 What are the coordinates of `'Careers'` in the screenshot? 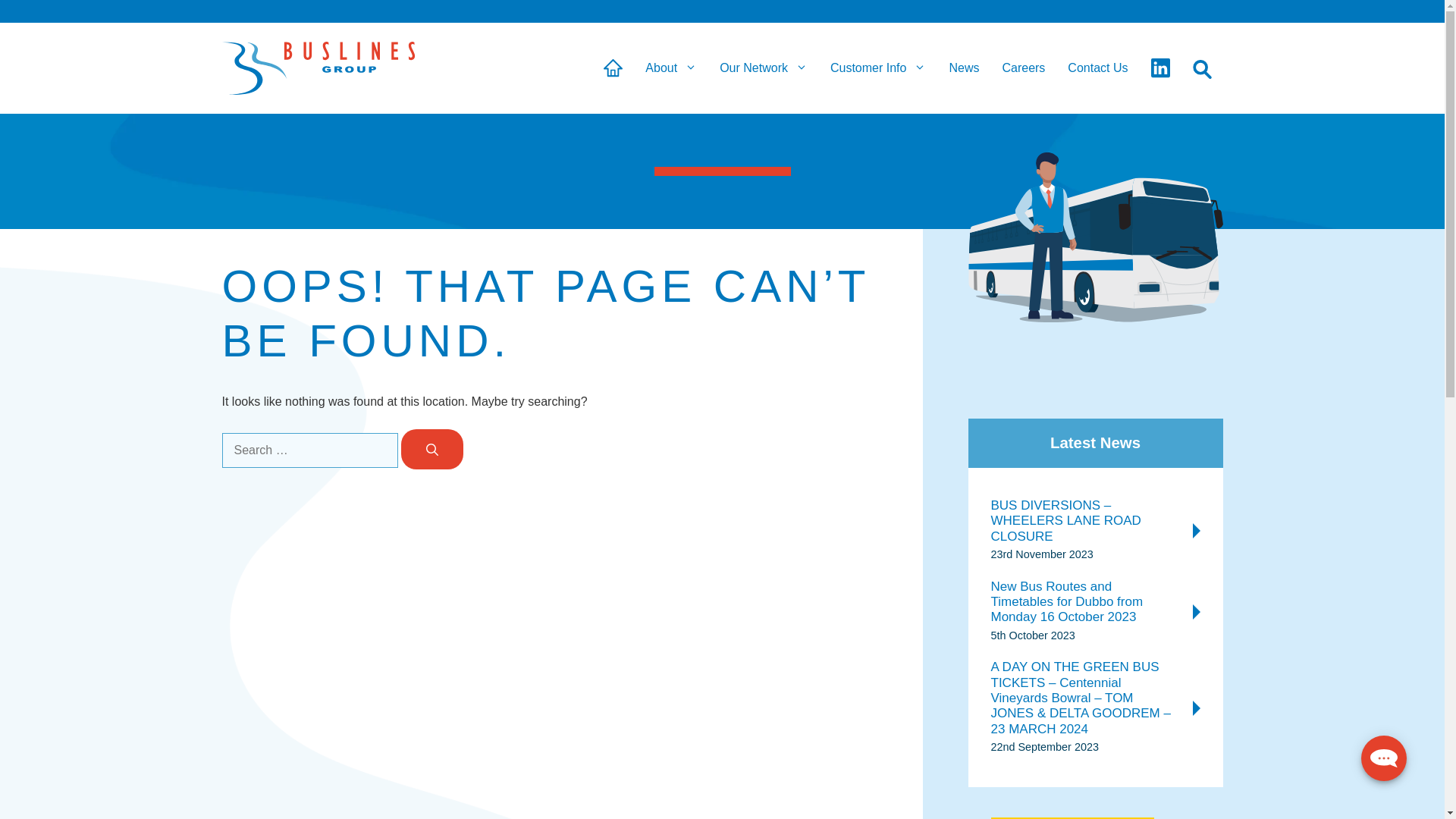 It's located at (1023, 67).